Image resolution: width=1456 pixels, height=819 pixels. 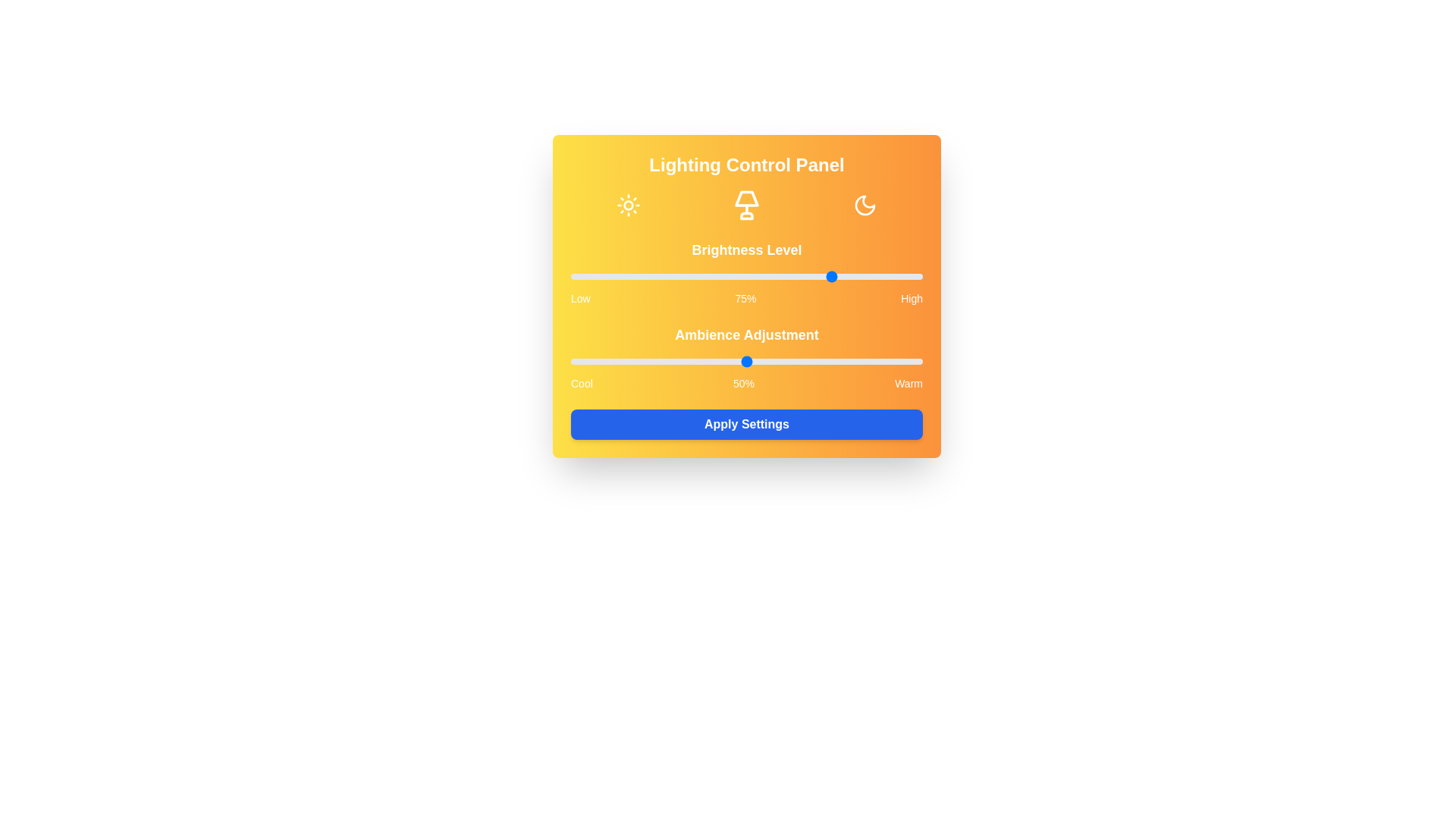 What do you see at coordinates (746, 424) in the screenshot?
I see `'Apply Settings' button` at bounding box center [746, 424].